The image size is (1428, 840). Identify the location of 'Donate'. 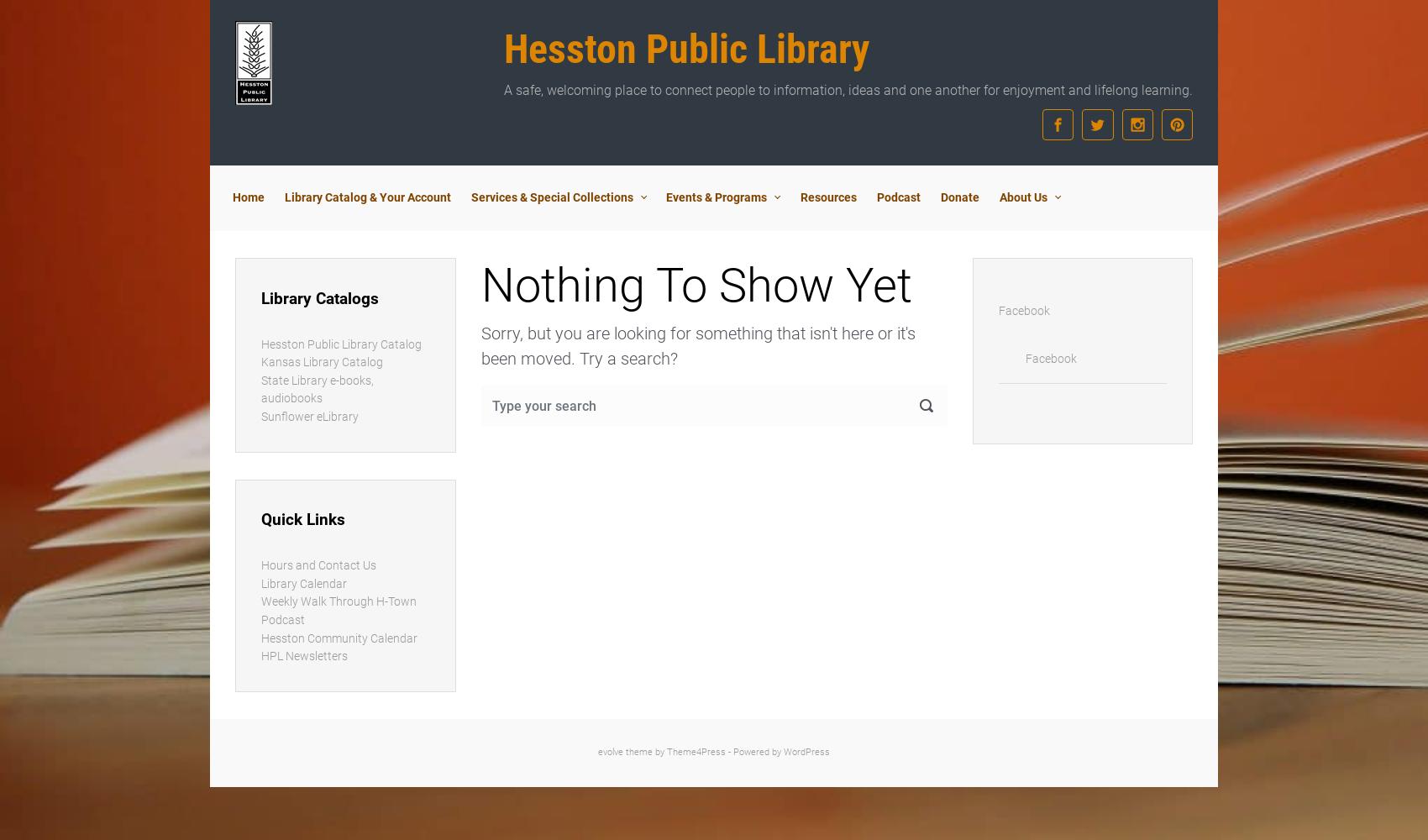
(959, 197).